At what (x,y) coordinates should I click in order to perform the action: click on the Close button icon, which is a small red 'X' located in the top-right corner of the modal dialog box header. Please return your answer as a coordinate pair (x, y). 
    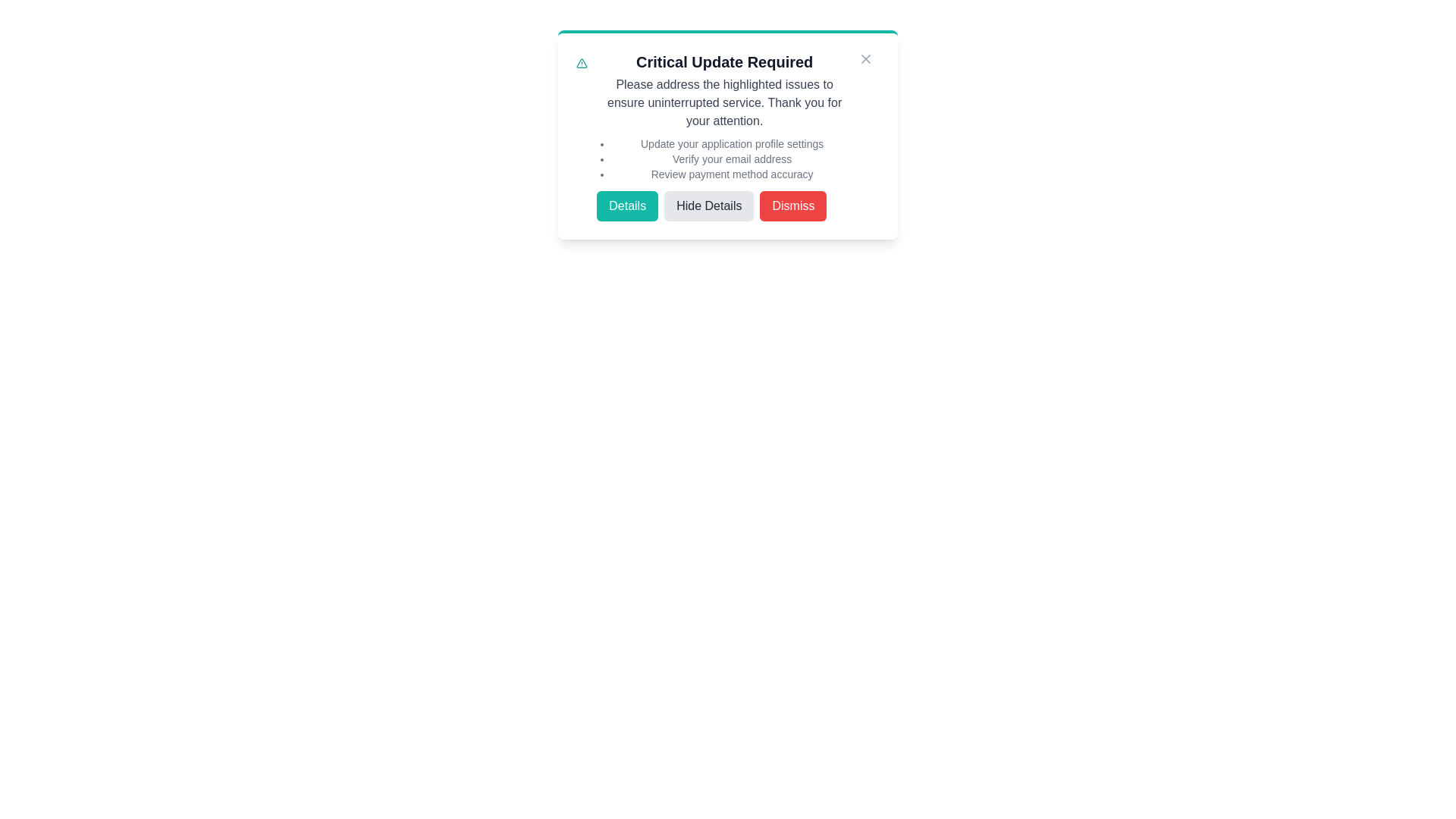
    Looking at the image, I should click on (866, 58).